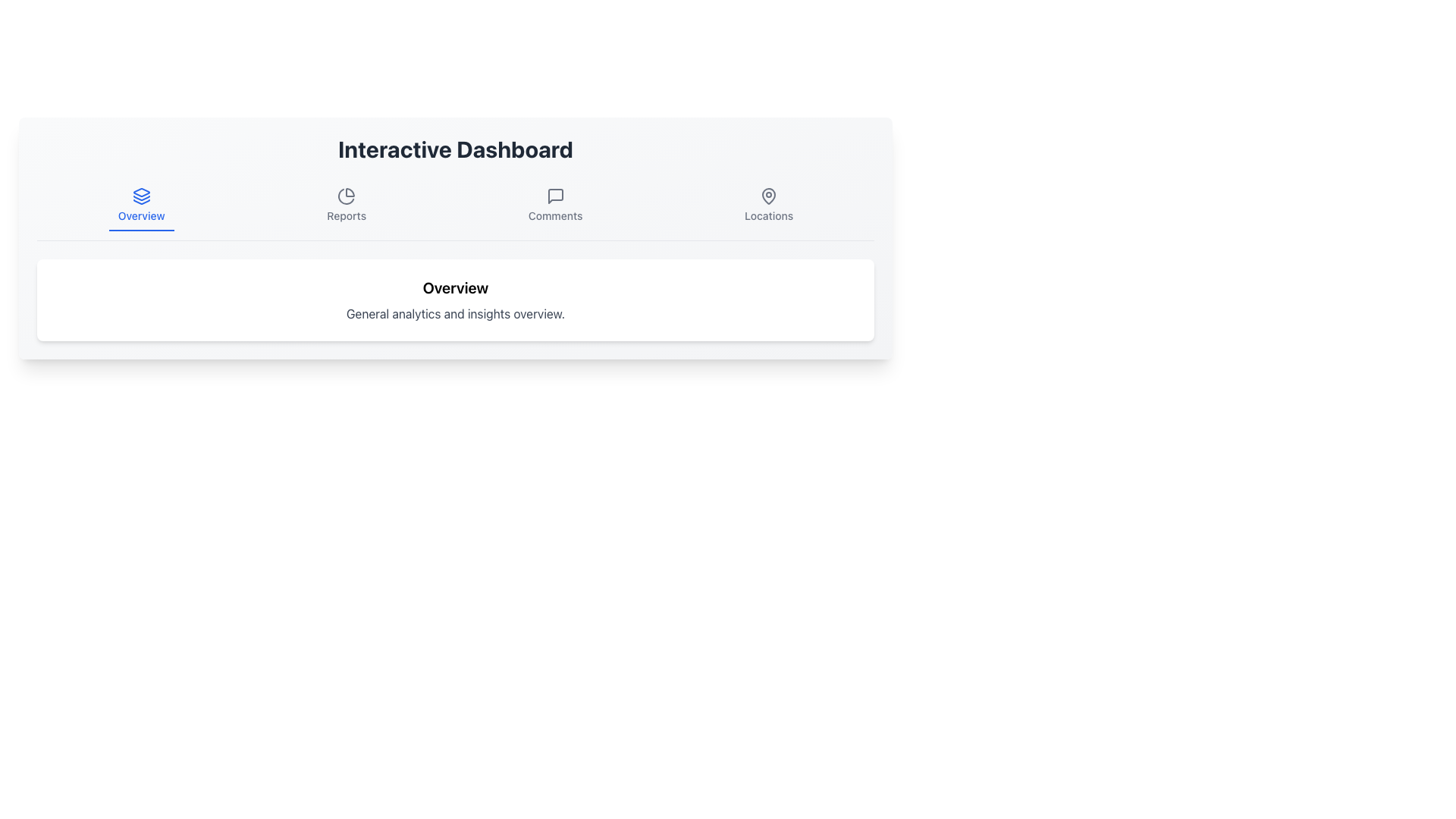 The image size is (1456, 819). What do you see at coordinates (454, 288) in the screenshot?
I see `the text label element that introduces the section content, labeled 'Overview'` at bounding box center [454, 288].